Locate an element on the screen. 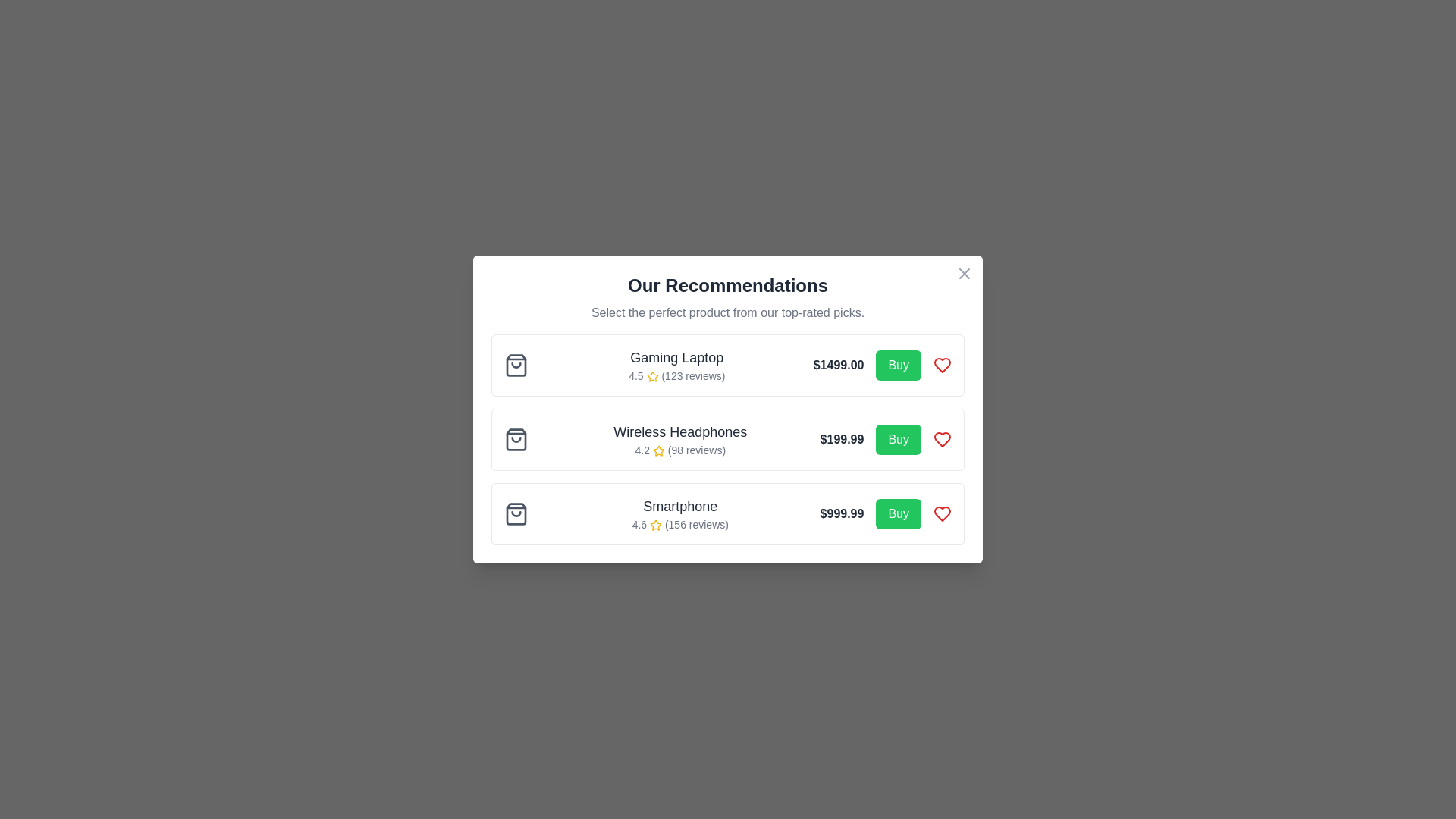 The width and height of the screenshot is (1456, 819). the heart icon at the far right of the product information panel for 'Smartphone' is located at coordinates (942, 513).